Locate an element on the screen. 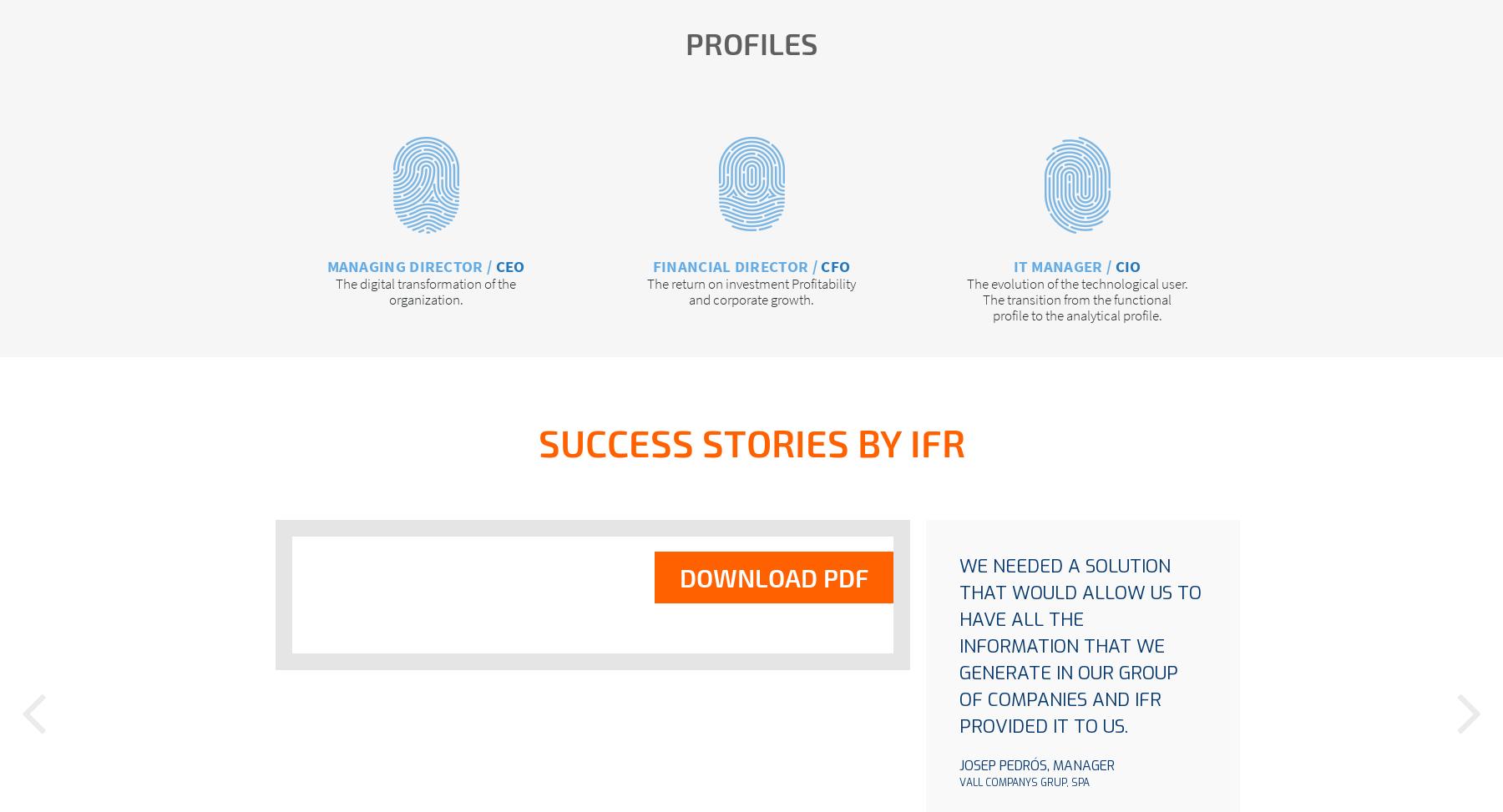 The image size is (1503, 812). 'The digital transformation of the organization.' is located at coordinates (424, 290).